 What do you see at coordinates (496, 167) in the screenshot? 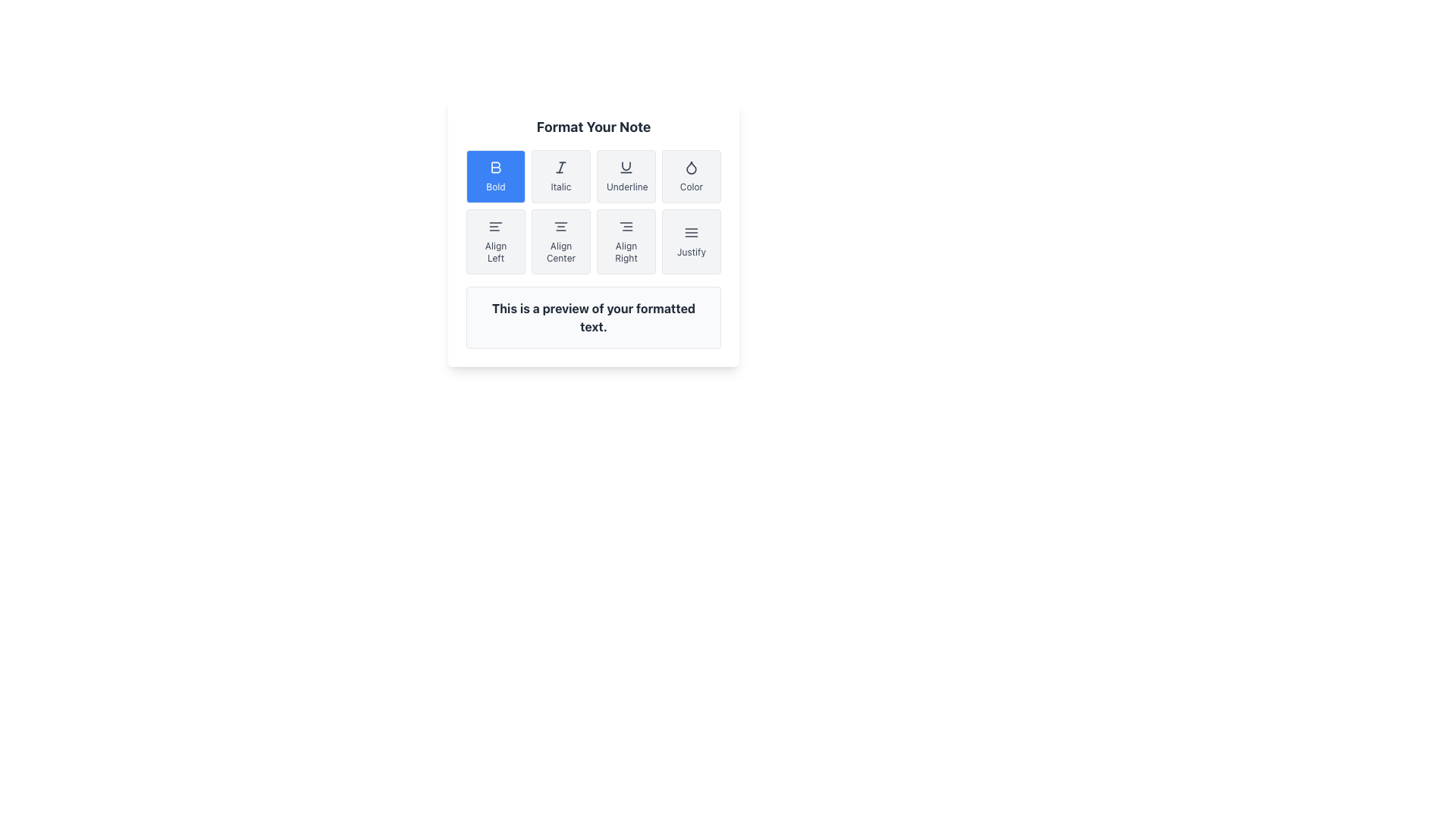
I see `the blue 'Bold' button at the top-left position in the 'Format Your Note' dialog` at bounding box center [496, 167].